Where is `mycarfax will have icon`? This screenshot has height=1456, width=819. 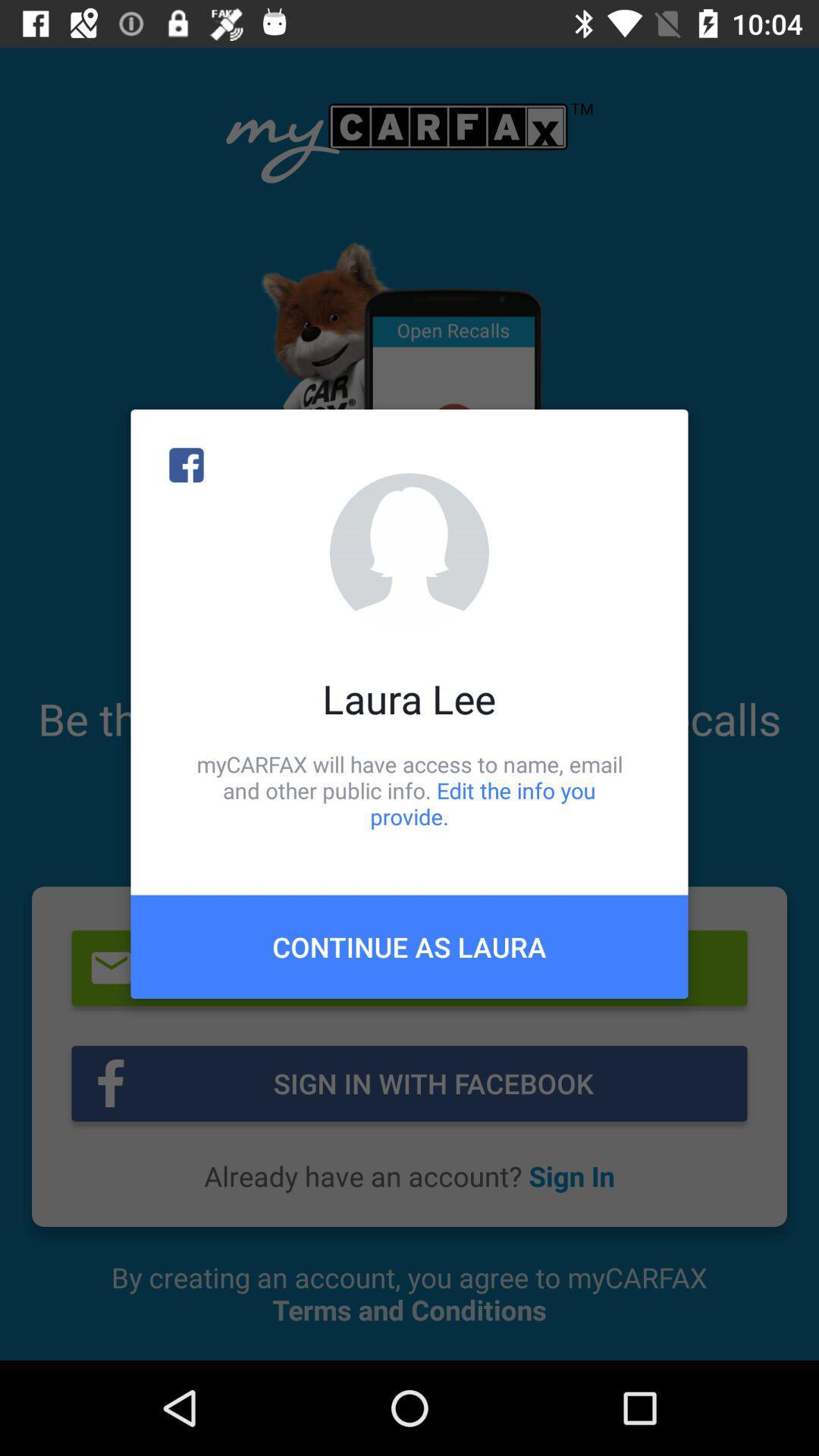 mycarfax will have icon is located at coordinates (409, 789).